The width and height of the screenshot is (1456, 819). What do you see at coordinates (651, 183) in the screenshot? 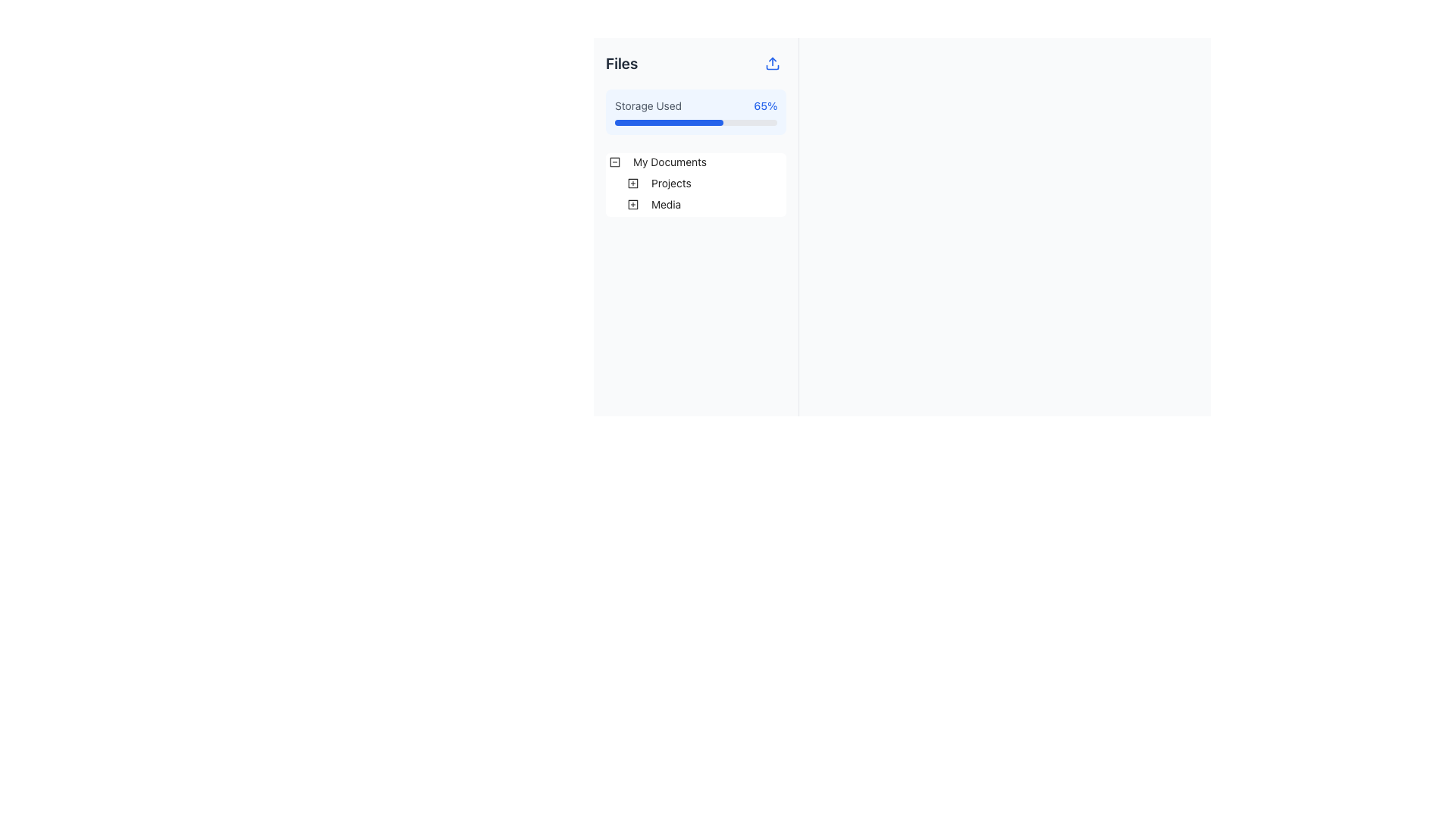
I see `the plus icon next to the 'Projects' text in the Tree Node located in the left sidebar, which is the second option below 'My Documents'` at bounding box center [651, 183].